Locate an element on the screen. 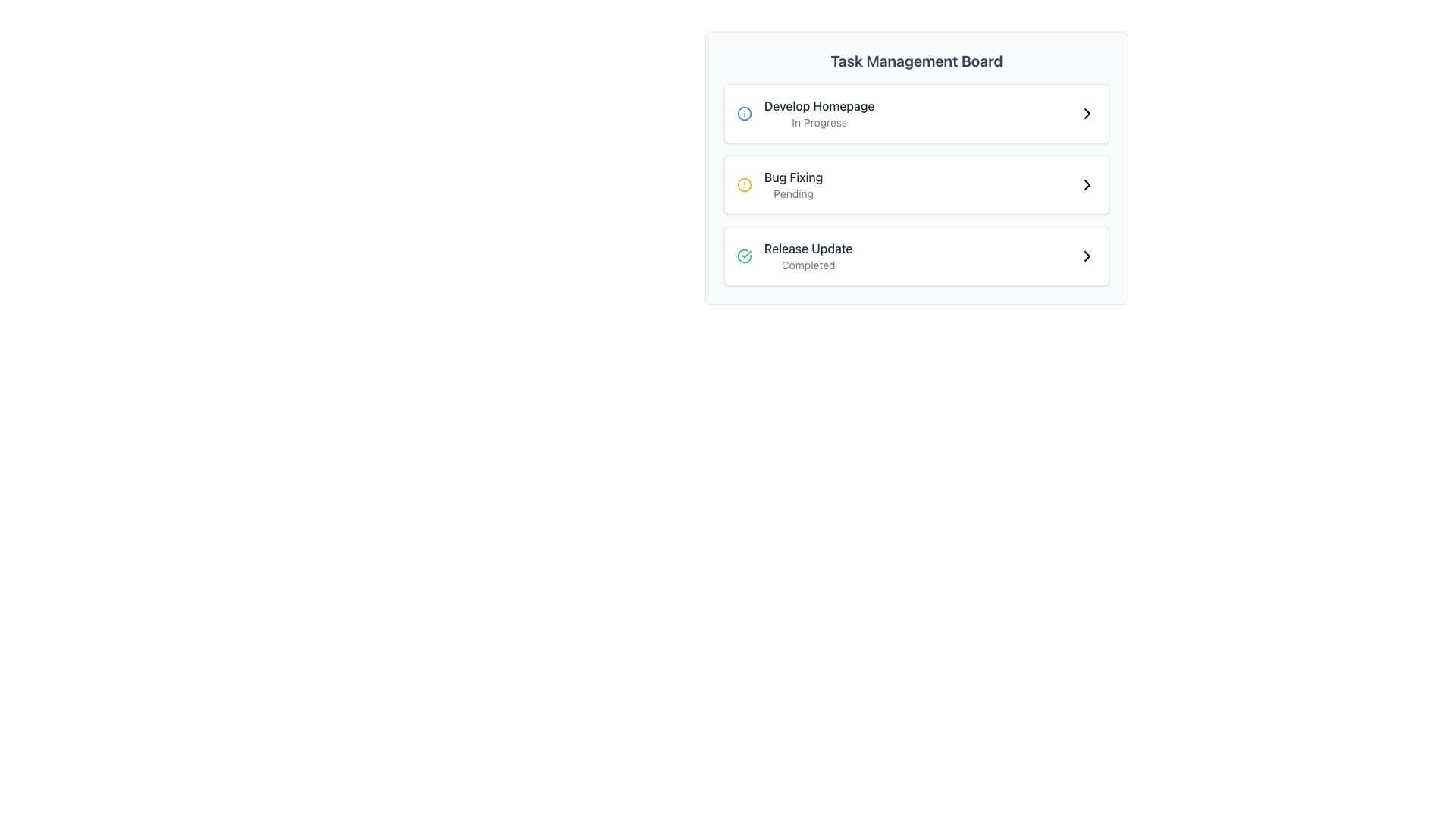 This screenshot has height=819, width=1456. the title of the task entry labeled 'Develop Homepage' in the 'Task Management Board' is located at coordinates (805, 113).